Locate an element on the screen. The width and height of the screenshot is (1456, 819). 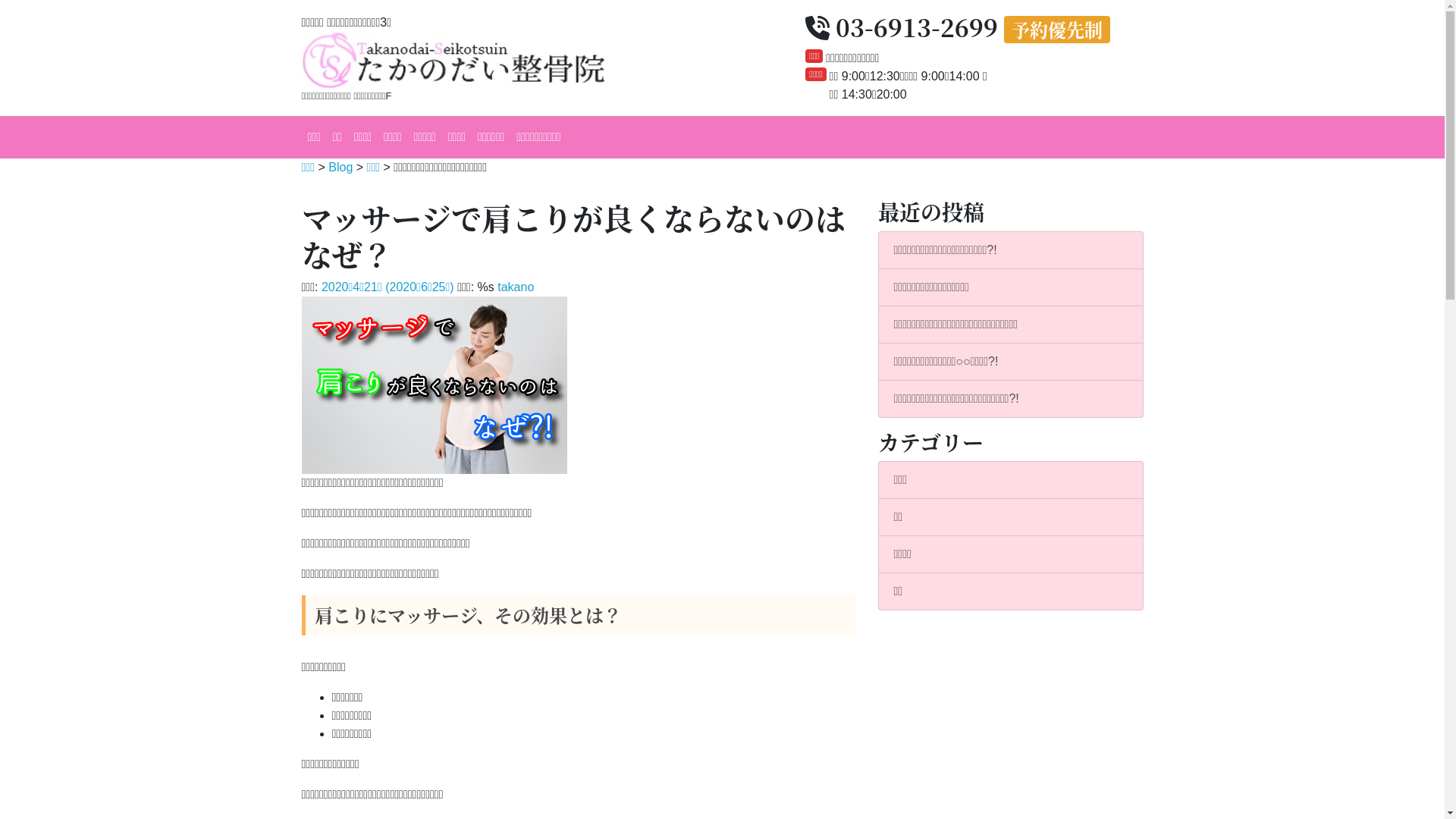
'takano' is located at coordinates (516, 287).